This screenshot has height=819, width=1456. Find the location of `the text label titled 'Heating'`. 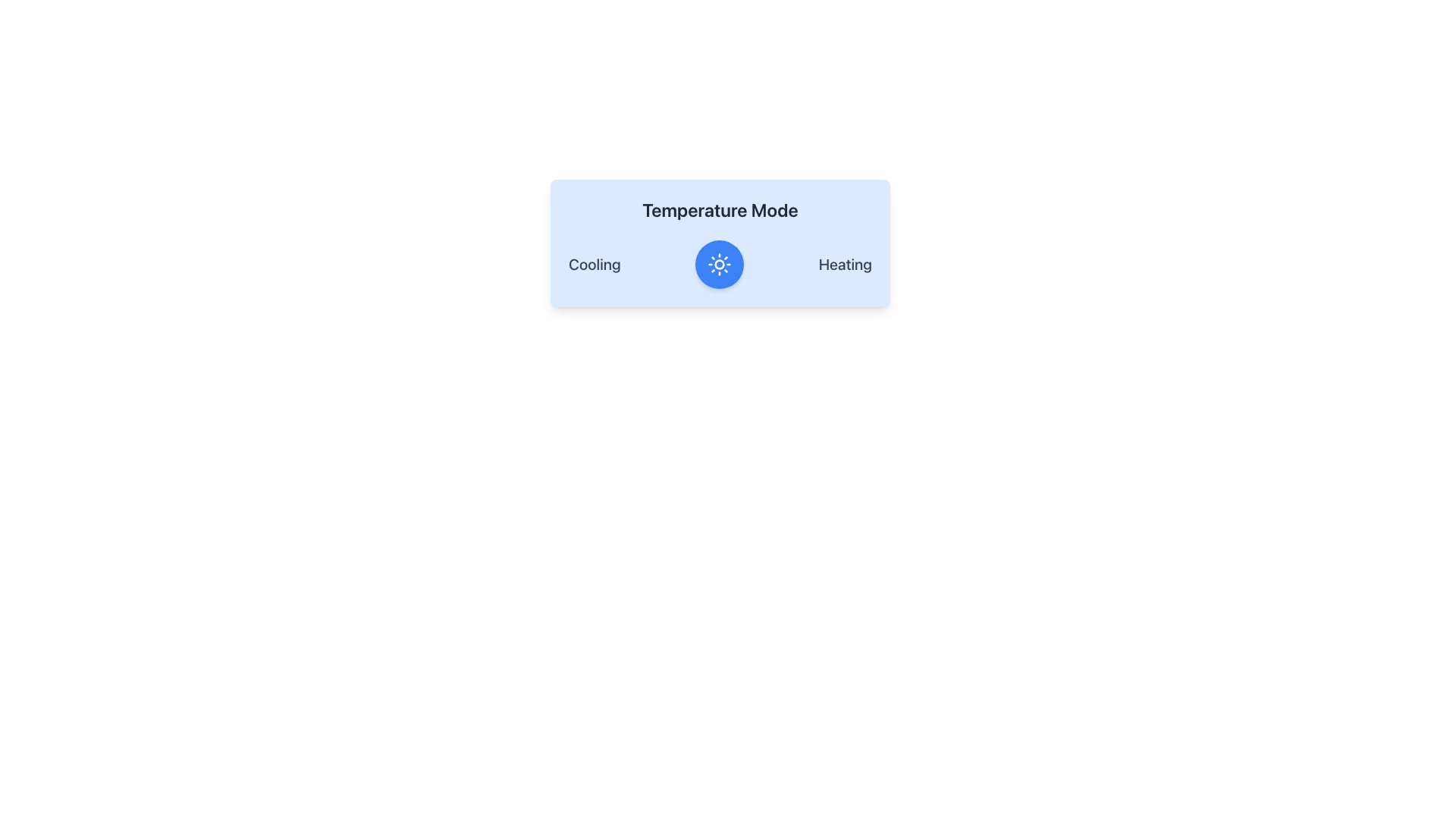

the text label titled 'Heating' is located at coordinates (844, 263).